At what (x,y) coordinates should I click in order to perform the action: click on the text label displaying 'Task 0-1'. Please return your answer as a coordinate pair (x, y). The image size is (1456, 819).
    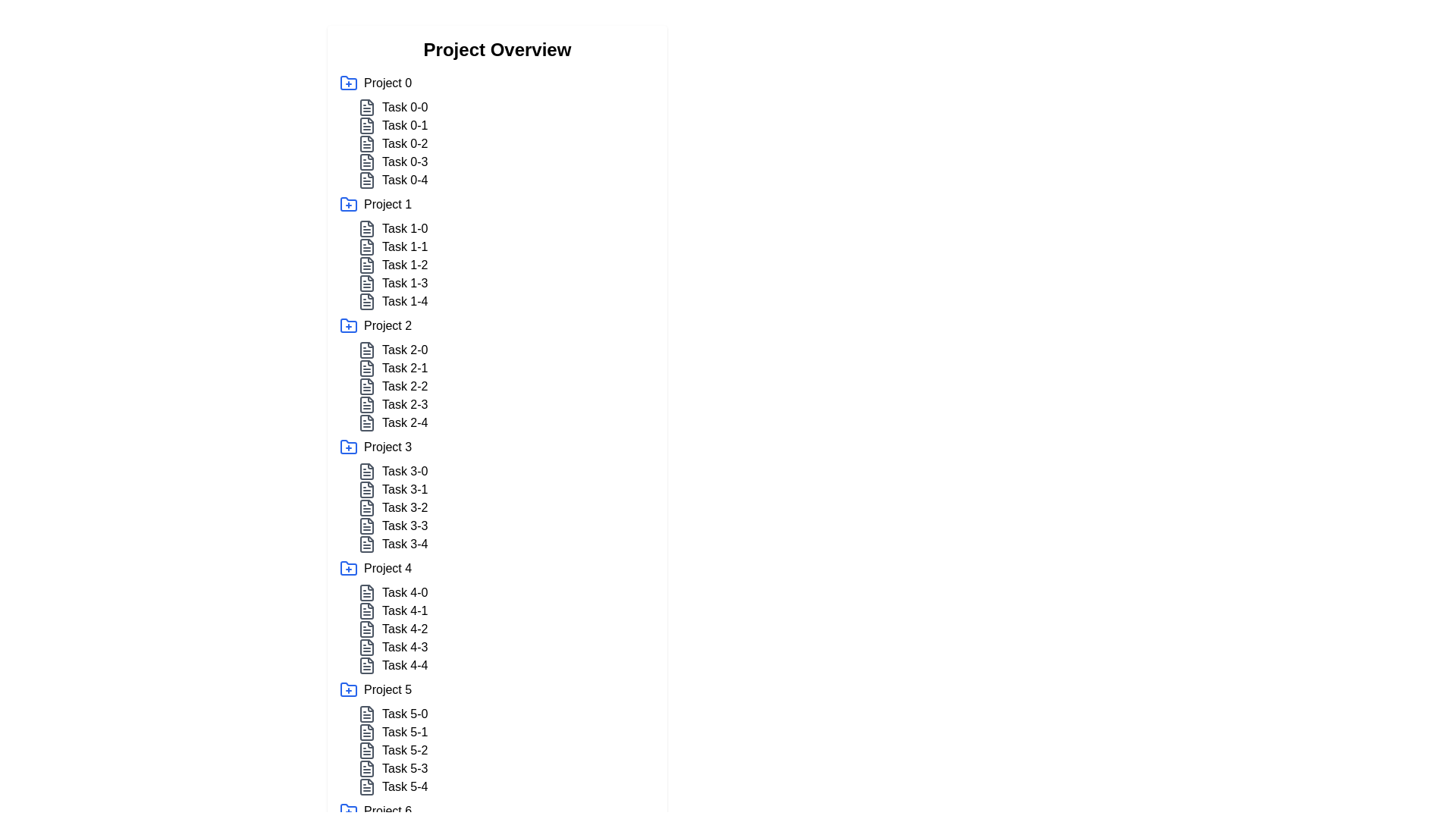
    Looking at the image, I should click on (405, 124).